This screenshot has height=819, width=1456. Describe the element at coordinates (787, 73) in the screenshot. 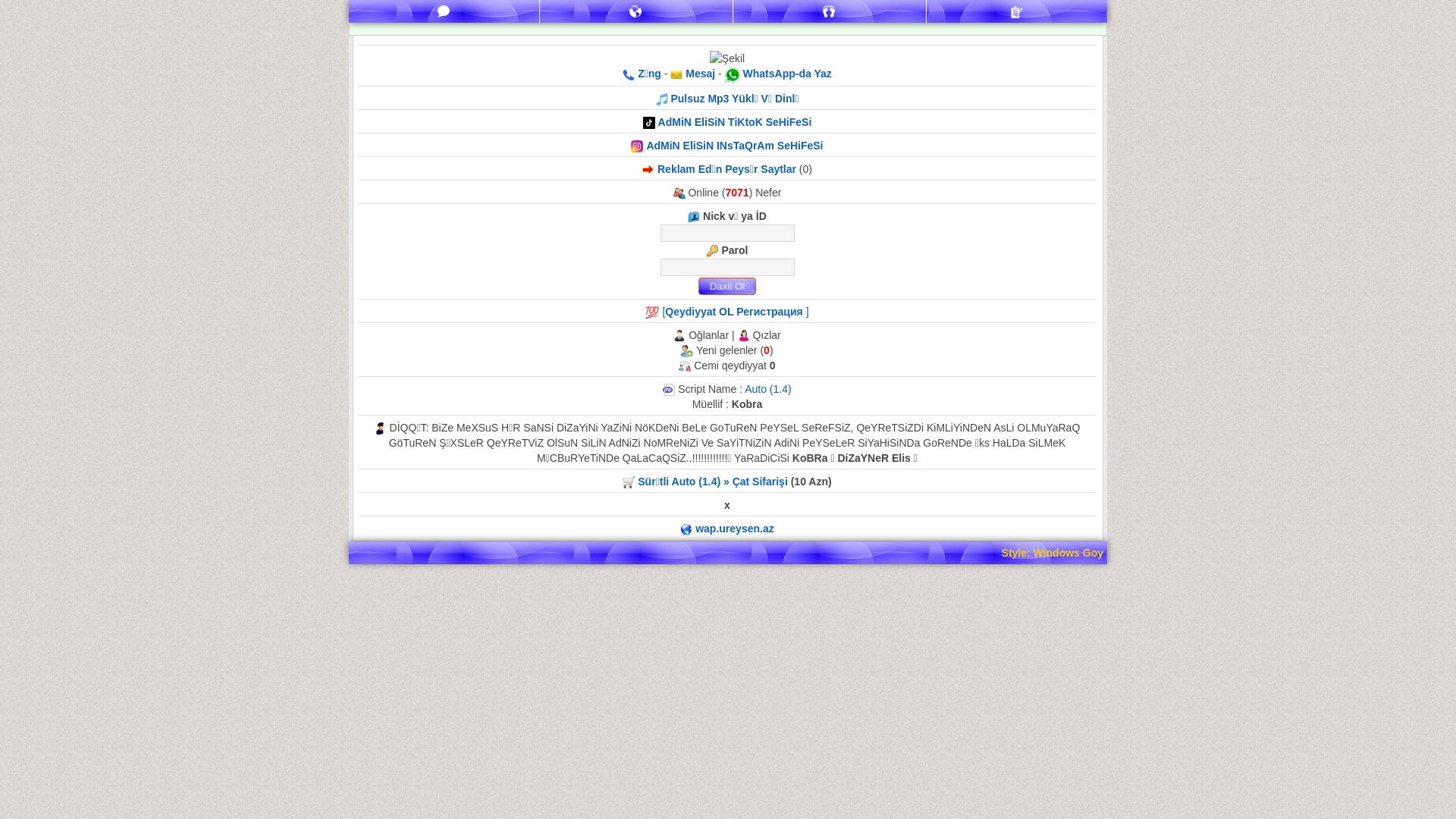

I see `'WhatsApp-da Yaz'` at that location.